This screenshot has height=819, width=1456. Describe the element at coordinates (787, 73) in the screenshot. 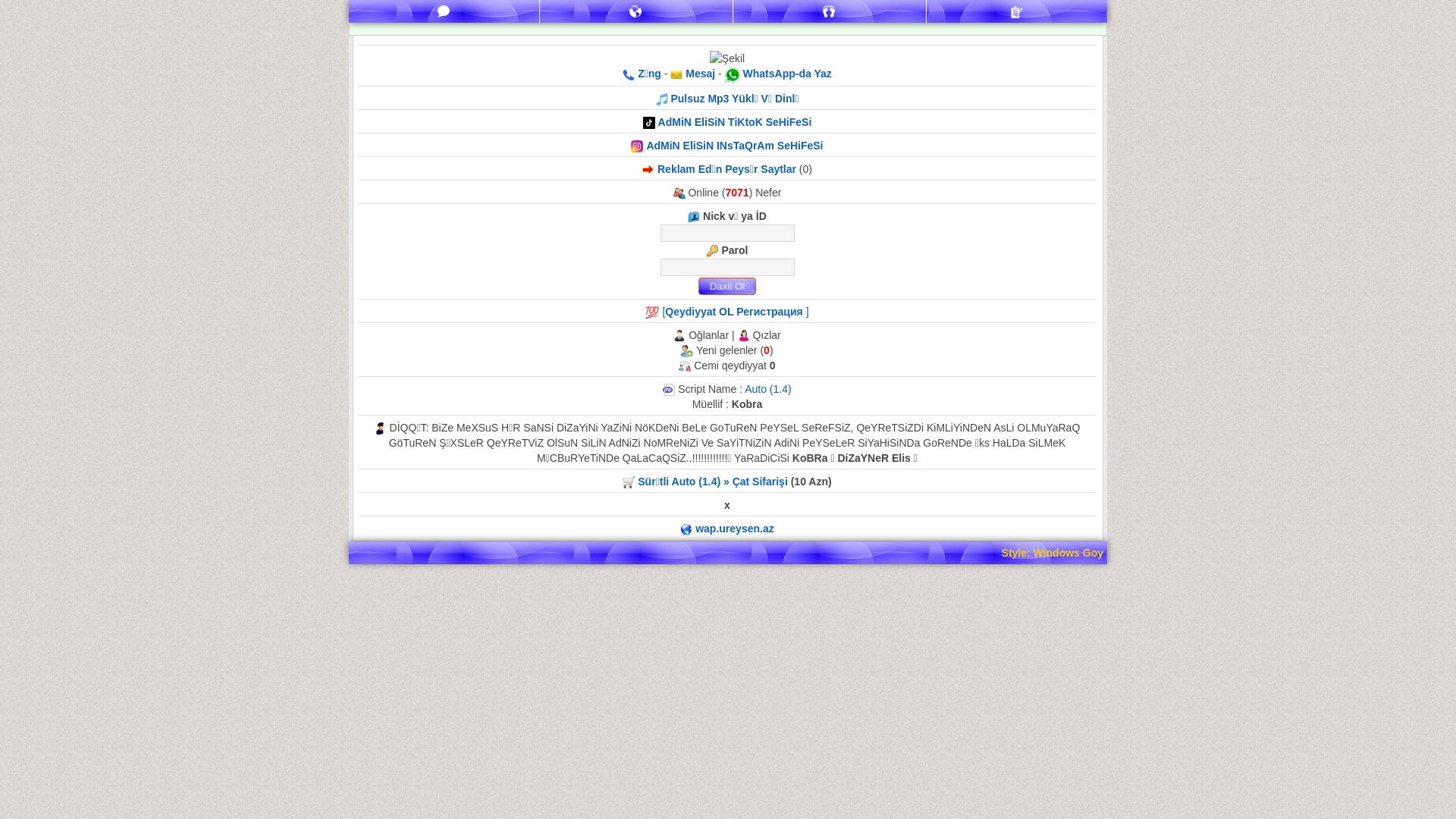

I see `'WhatsApp-da Yaz'` at that location.